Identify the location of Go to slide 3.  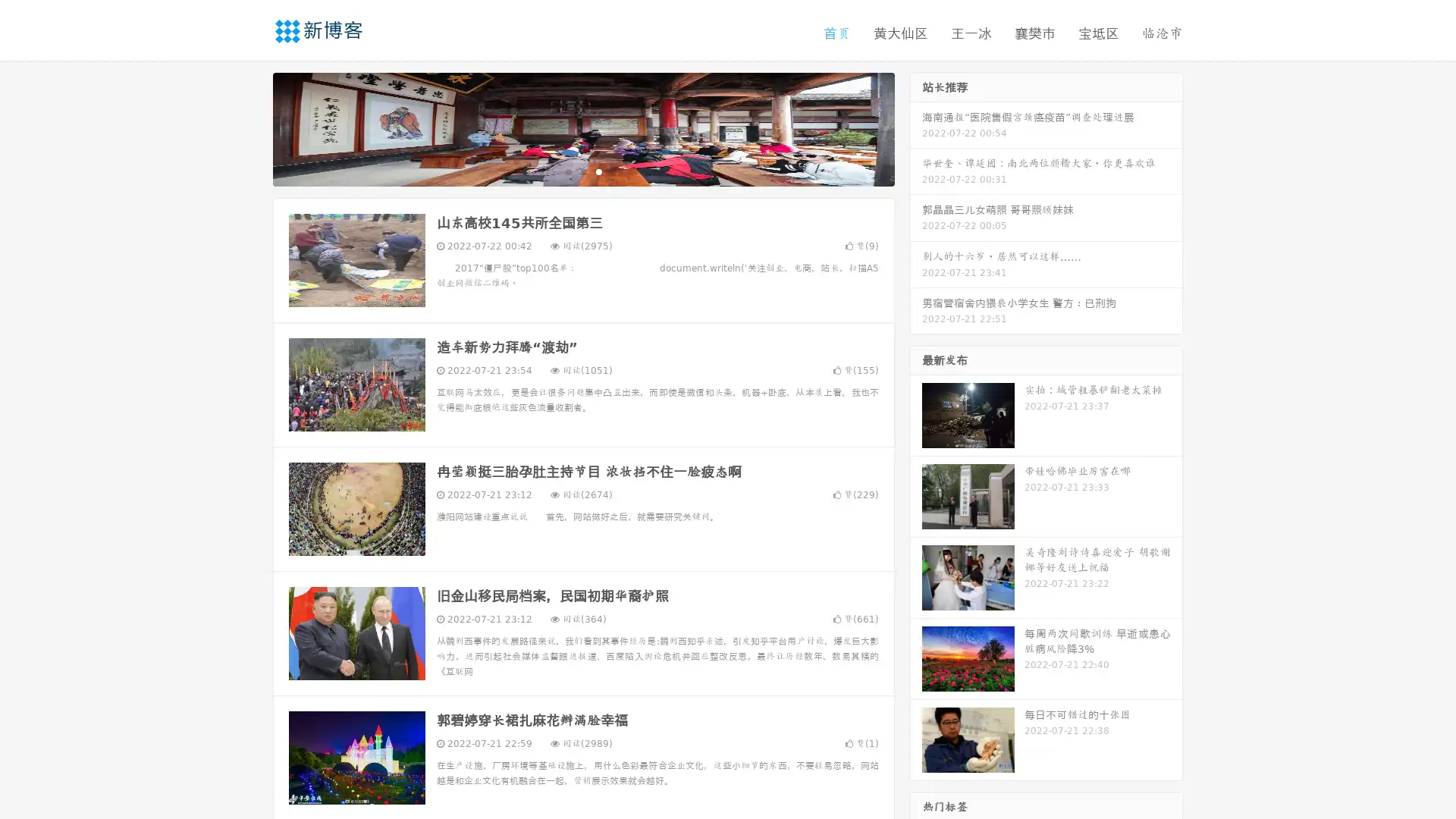
(598, 171).